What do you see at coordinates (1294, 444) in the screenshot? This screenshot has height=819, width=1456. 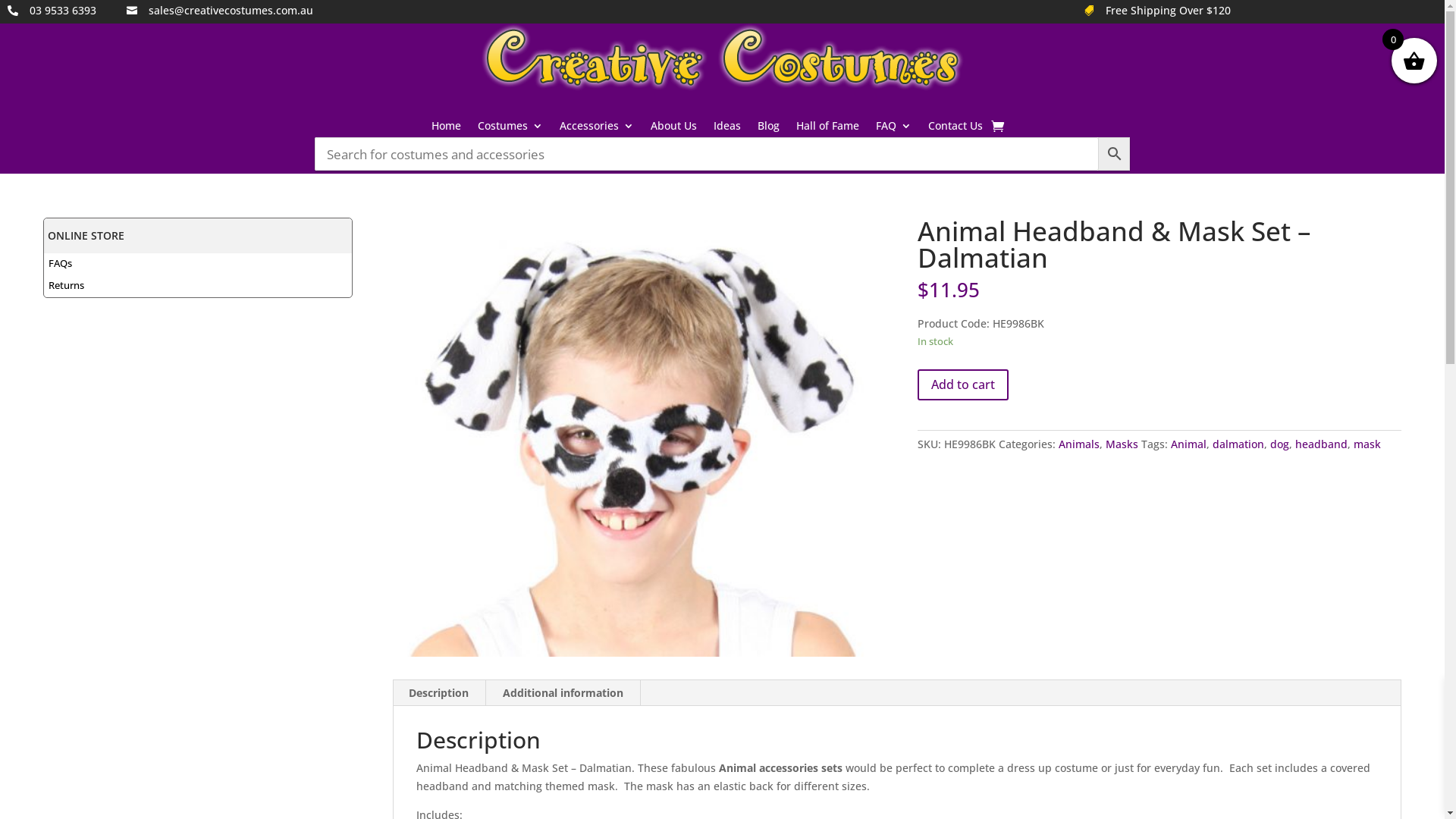 I see `'headband'` at bounding box center [1294, 444].